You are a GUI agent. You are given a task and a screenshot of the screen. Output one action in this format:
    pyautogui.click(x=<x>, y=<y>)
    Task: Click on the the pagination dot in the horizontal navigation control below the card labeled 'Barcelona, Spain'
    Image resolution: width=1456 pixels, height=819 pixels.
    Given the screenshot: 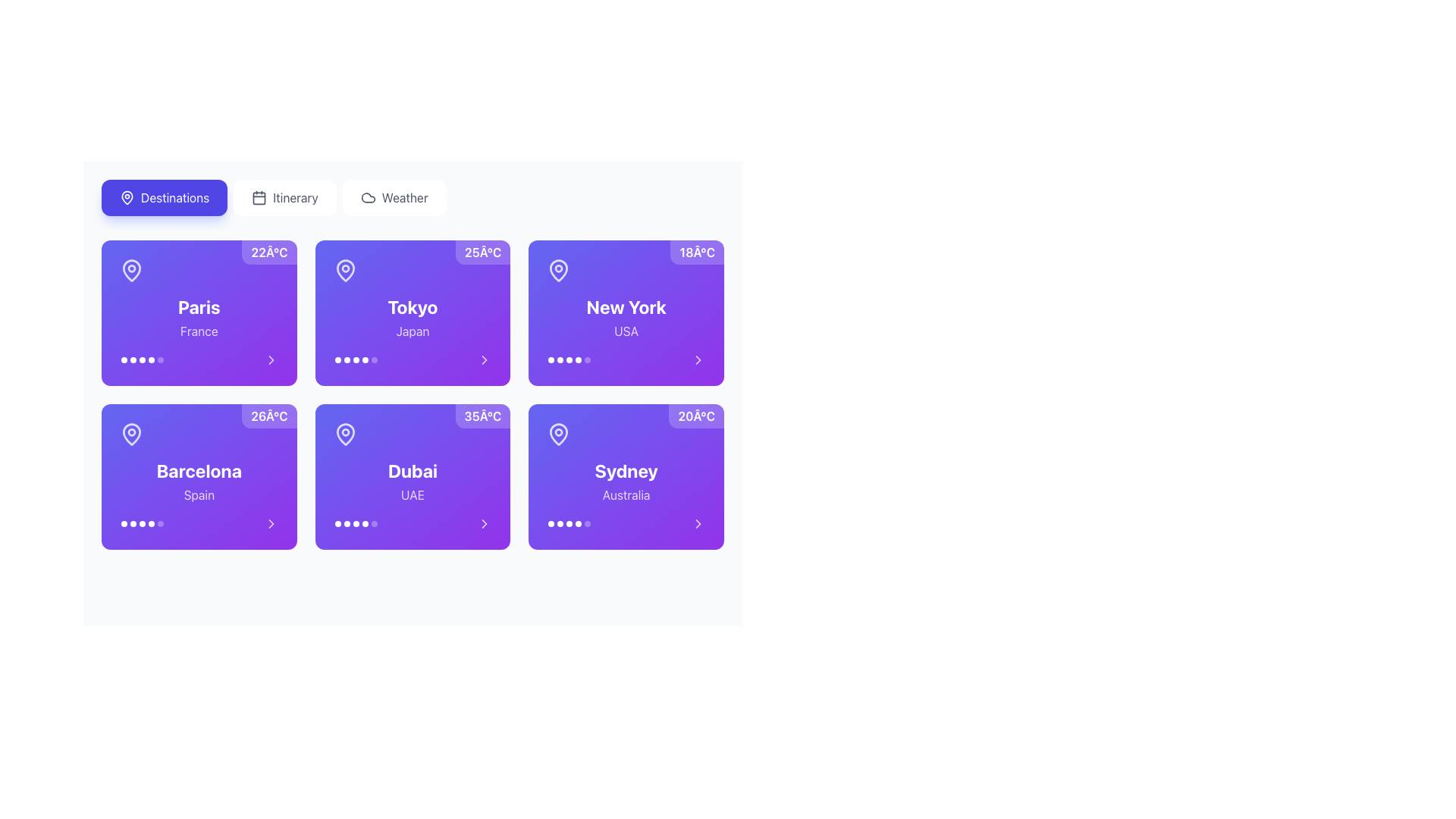 What is the action you would take?
    pyautogui.click(x=198, y=522)
    